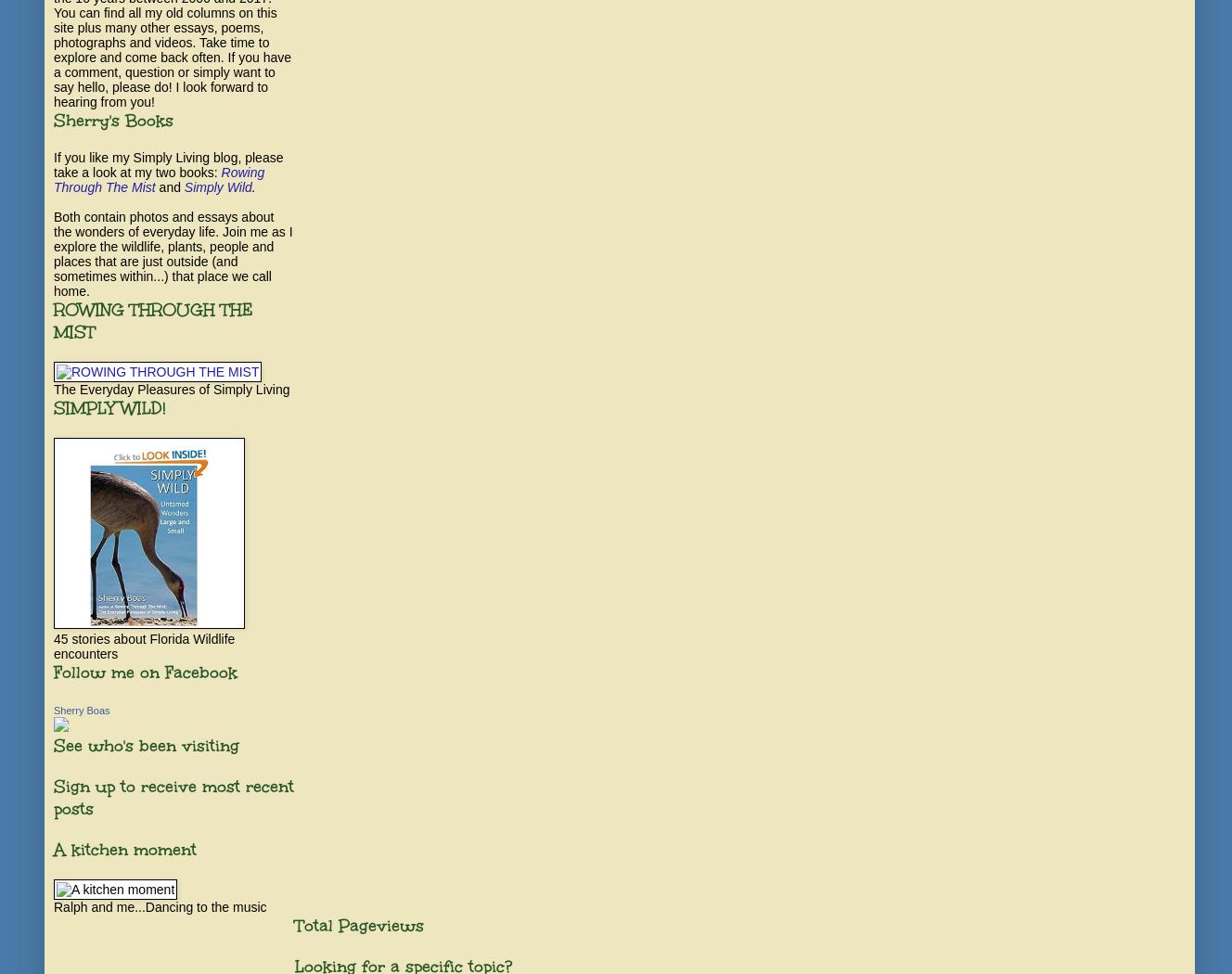 The height and width of the screenshot is (974, 1232). I want to click on 'Rowing Through The Mist', so click(159, 179).